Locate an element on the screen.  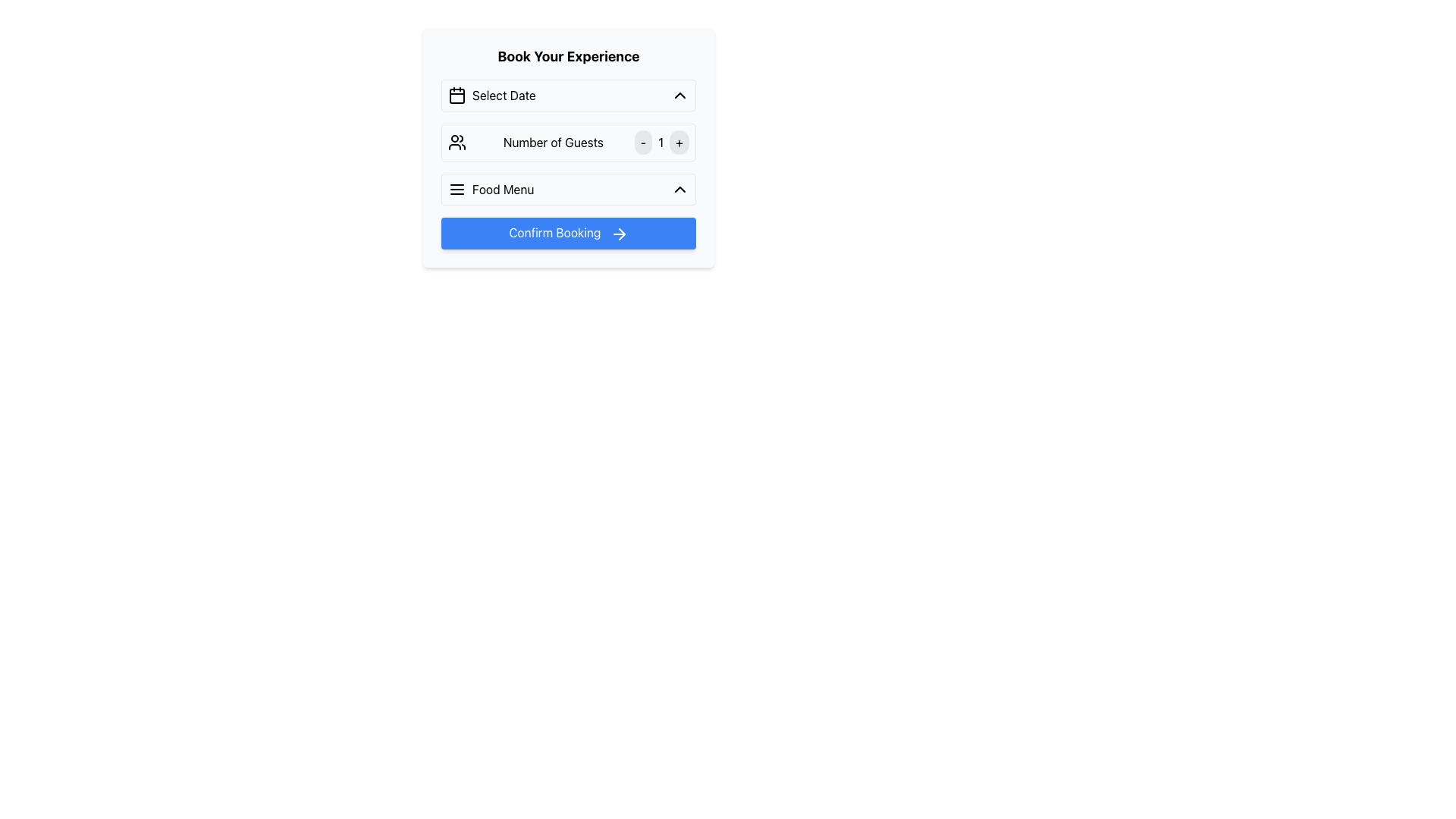
the circular '+' button with a light gray background to increment the number of guests is located at coordinates (679, 143).